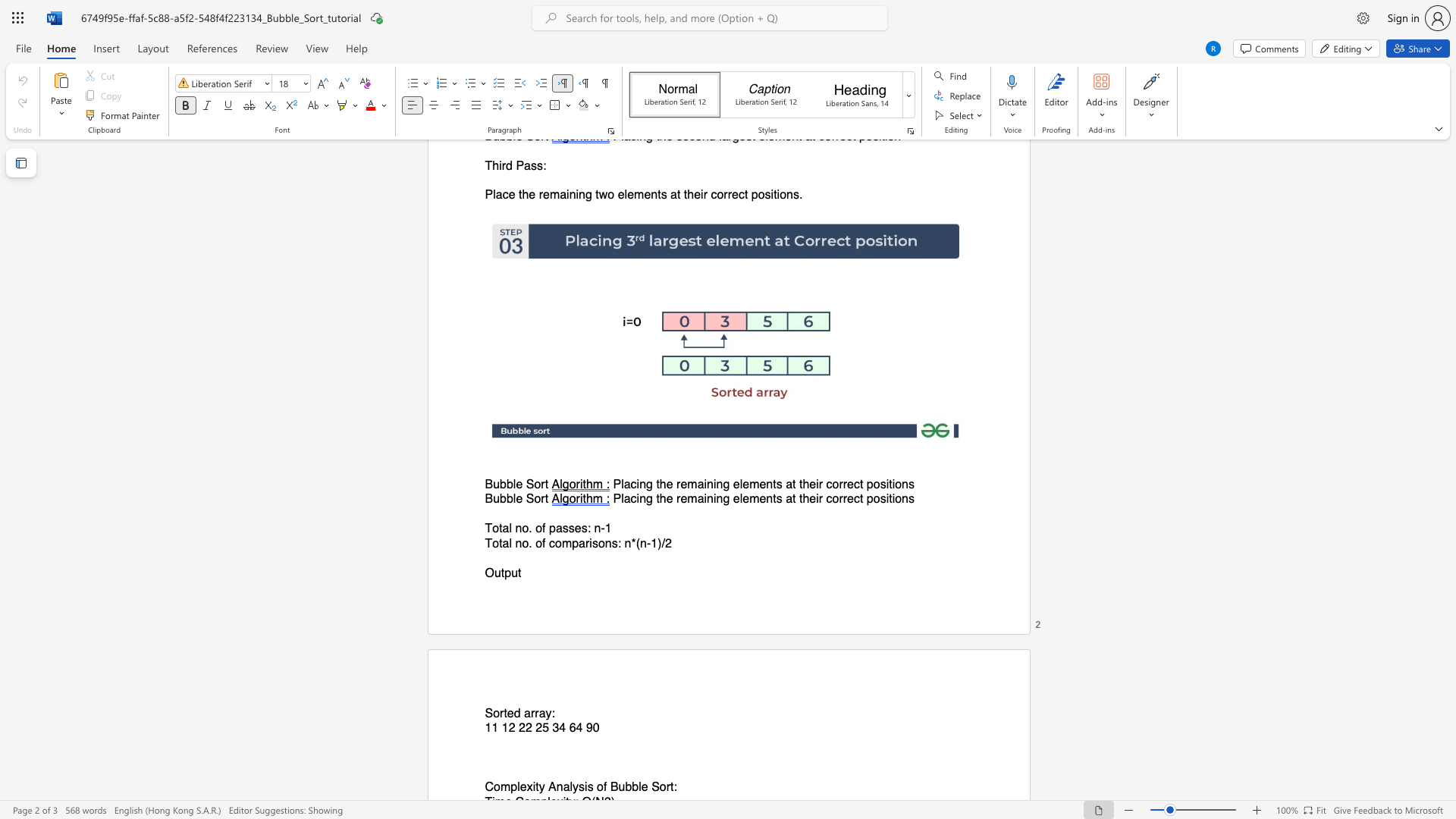 The image size is (1456, 819). Describe the element at coordinates (484, 542) in the screenshot. I see `the subset text "Total no. of compariso" within the text "Total no. of comparisons: n*(n-1)/2"` at that location.